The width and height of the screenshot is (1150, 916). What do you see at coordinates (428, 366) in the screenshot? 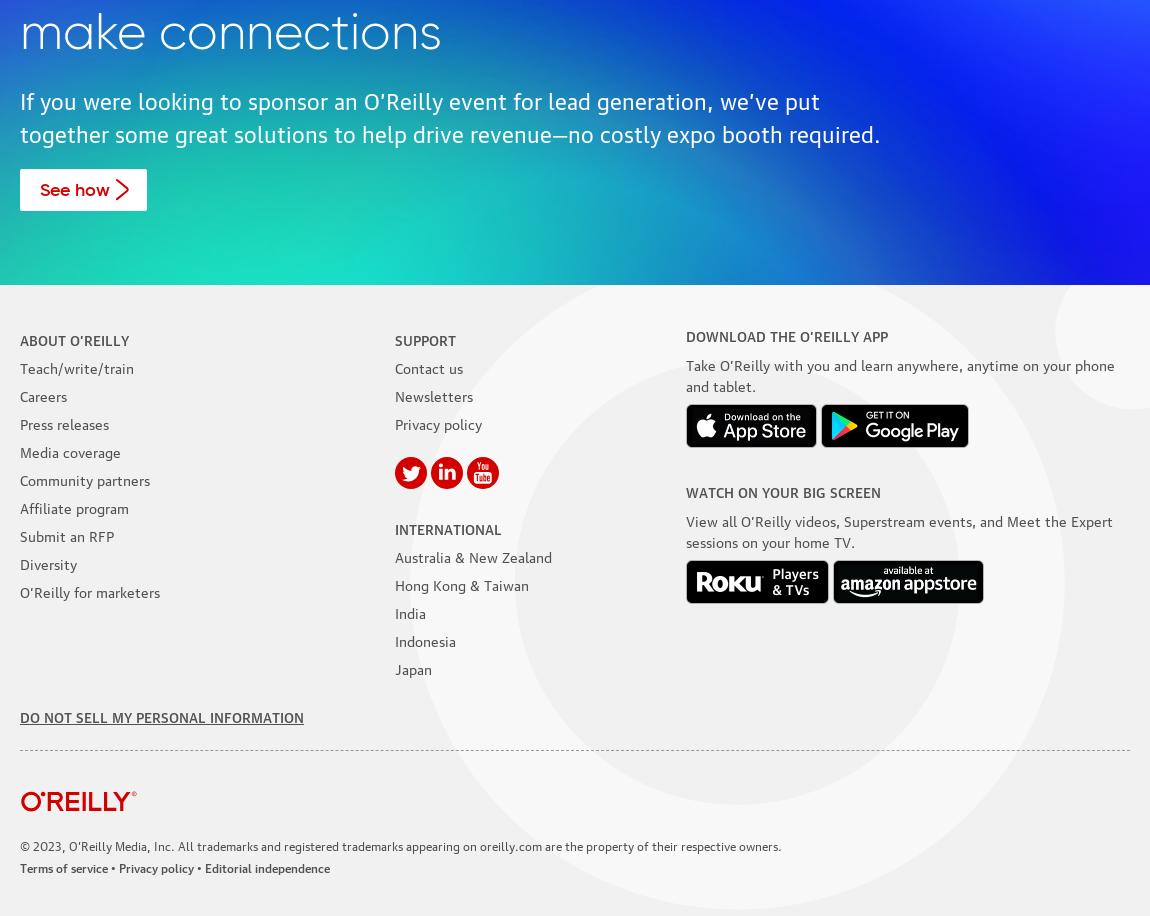
I see `'Contact us'` at bounding box center [428, 366].